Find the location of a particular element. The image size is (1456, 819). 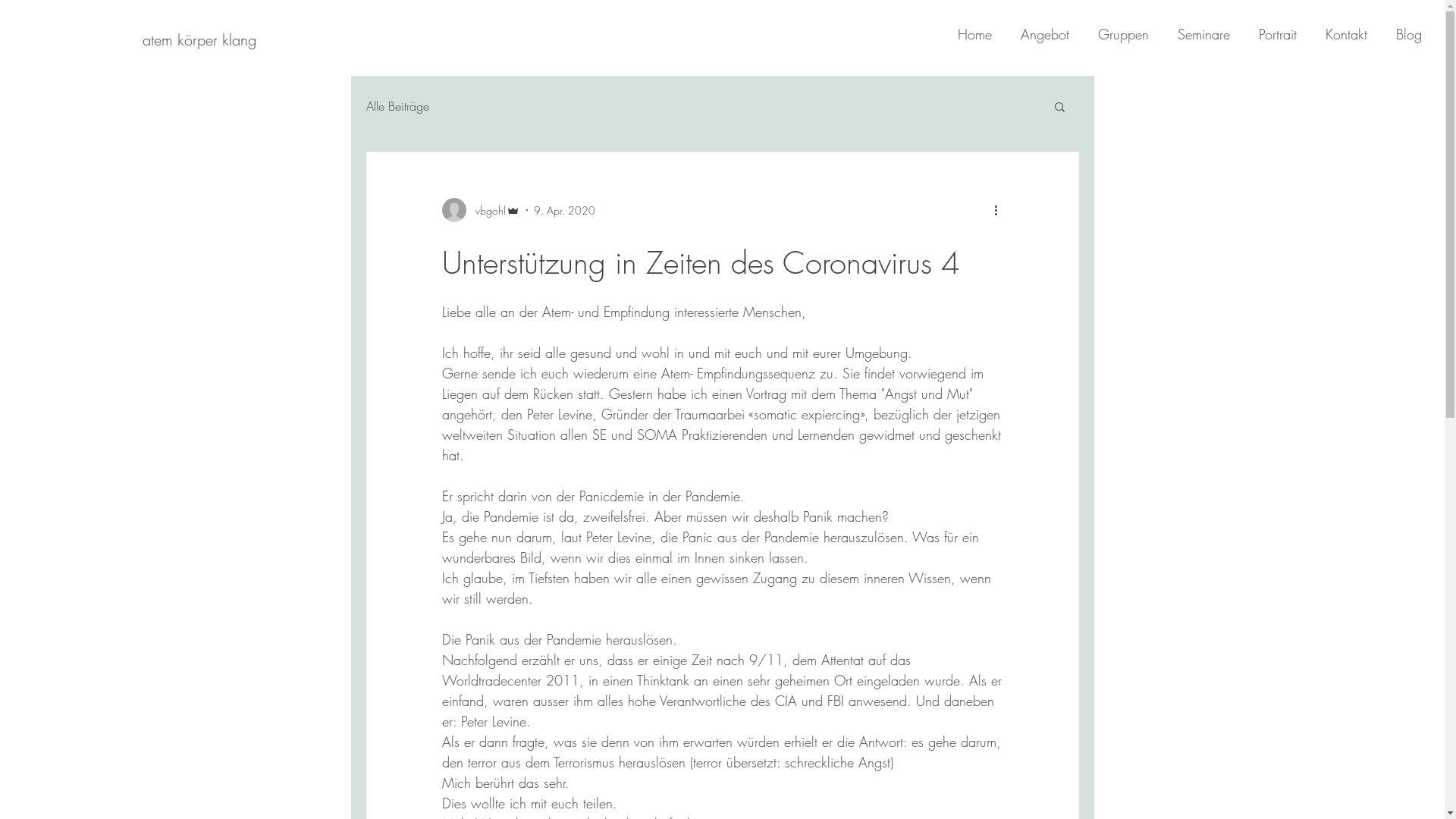

'Kontakt' is located at coordinates (1303, 34).